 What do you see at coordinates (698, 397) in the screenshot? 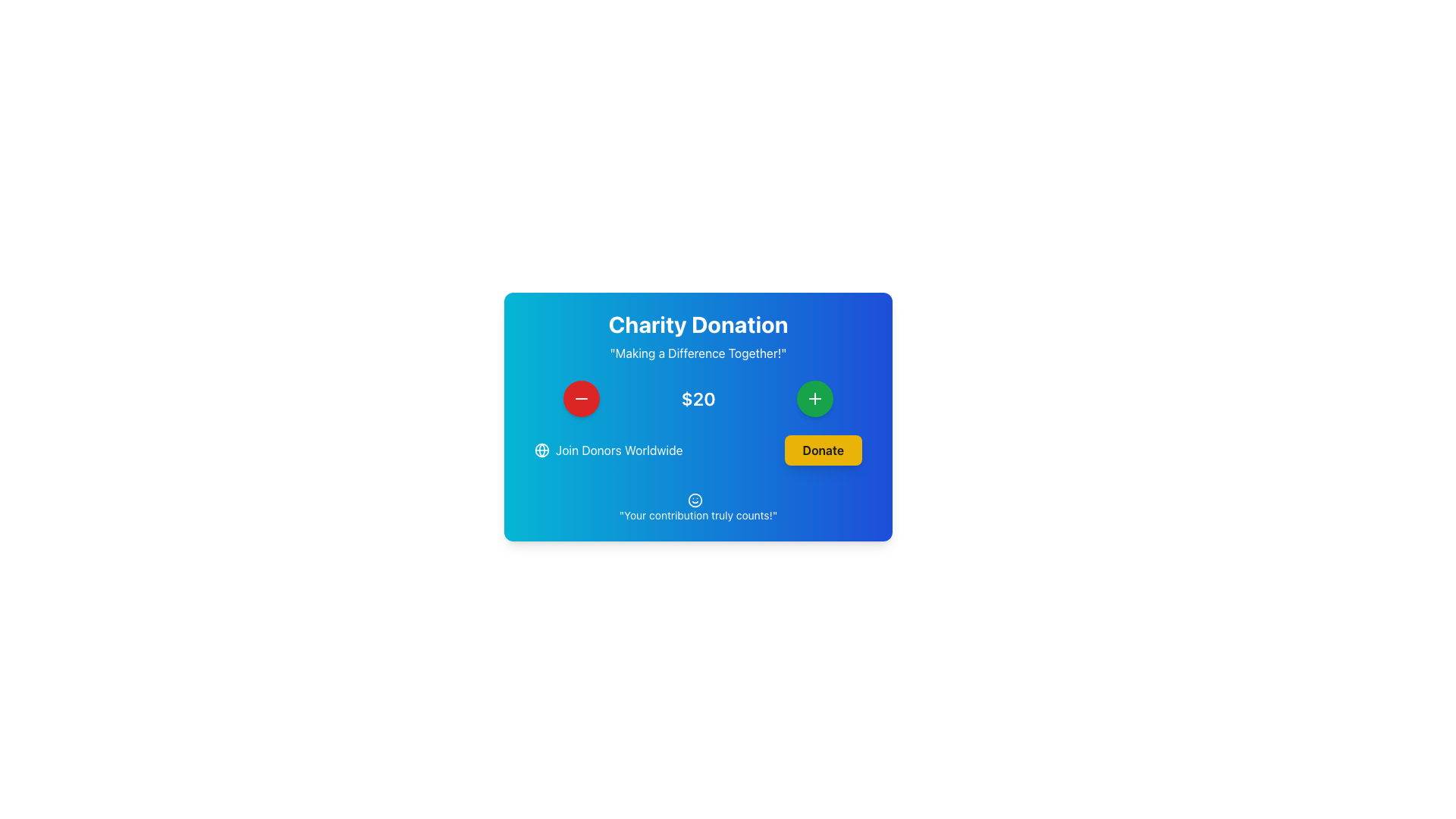
I see `the text label displaying the amount '$20', which is styled in a bold font and positioned between a red minus button and a green plus button` at bounding box center [698, 397].